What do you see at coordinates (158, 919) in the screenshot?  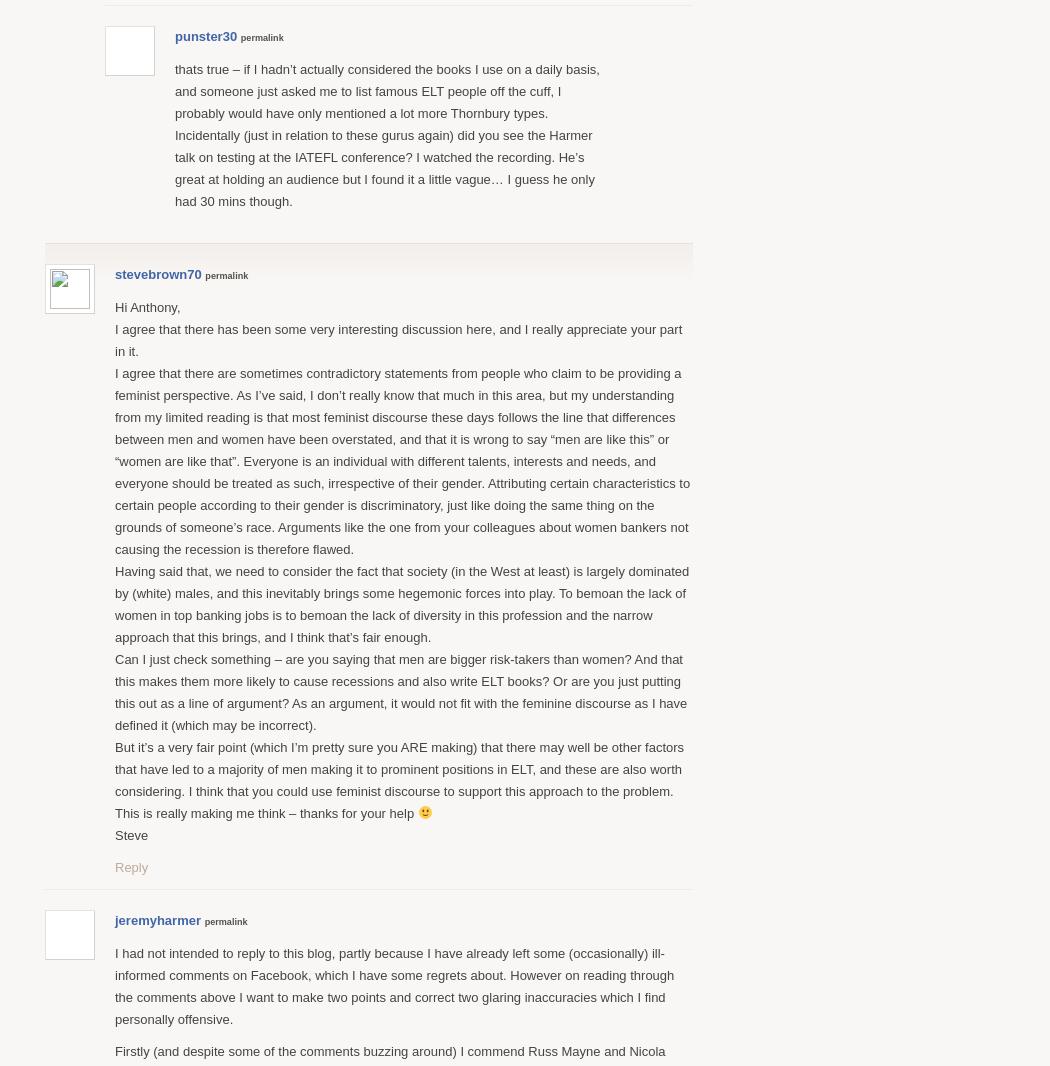 I see `'jeremyharmer'` at bounding box center [158, 919].